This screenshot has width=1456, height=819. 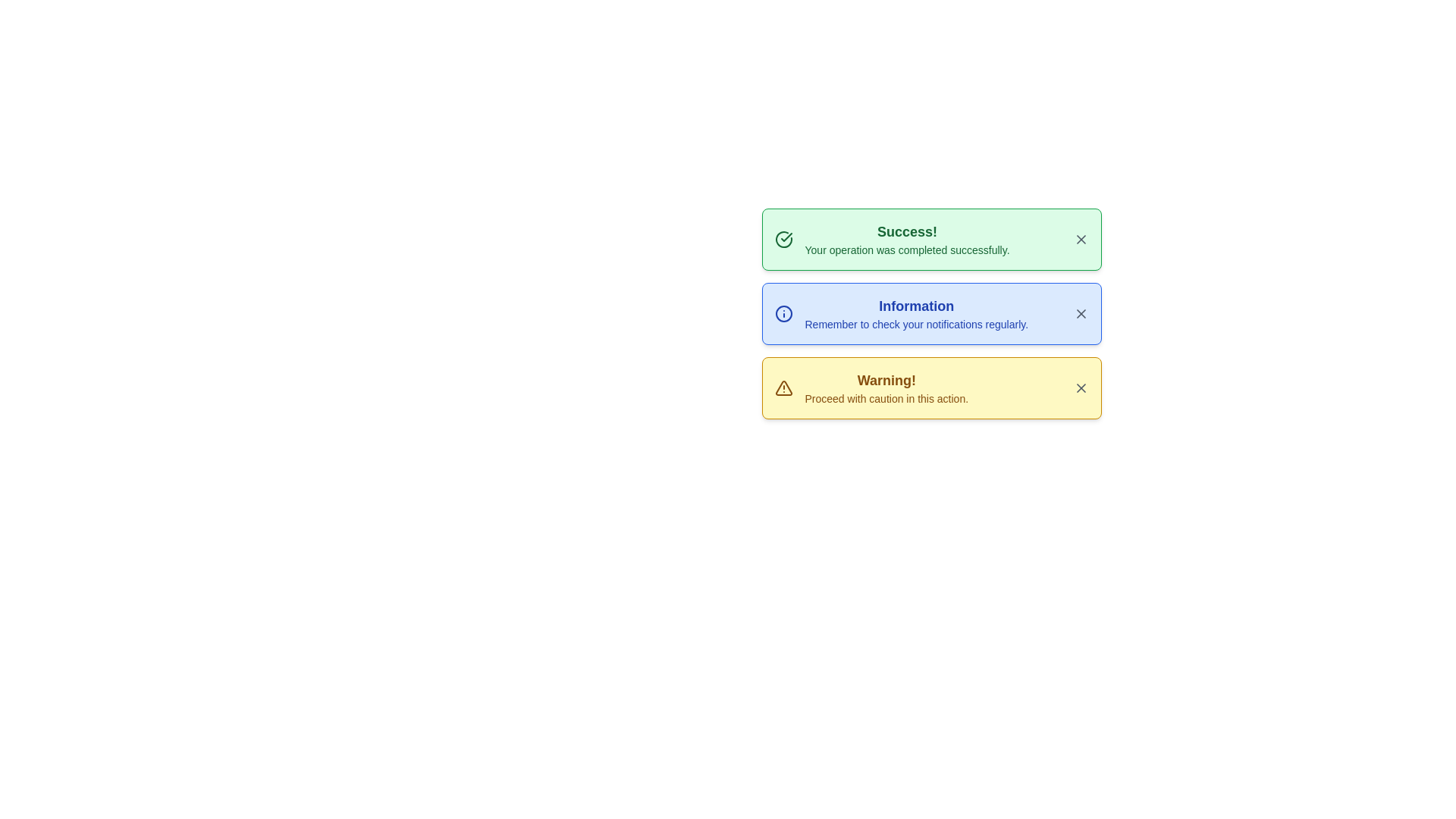 I want to click on supplementary message located in the second notification box labeled 'Information', positioned directly below the label, so click(x=915, y=324).